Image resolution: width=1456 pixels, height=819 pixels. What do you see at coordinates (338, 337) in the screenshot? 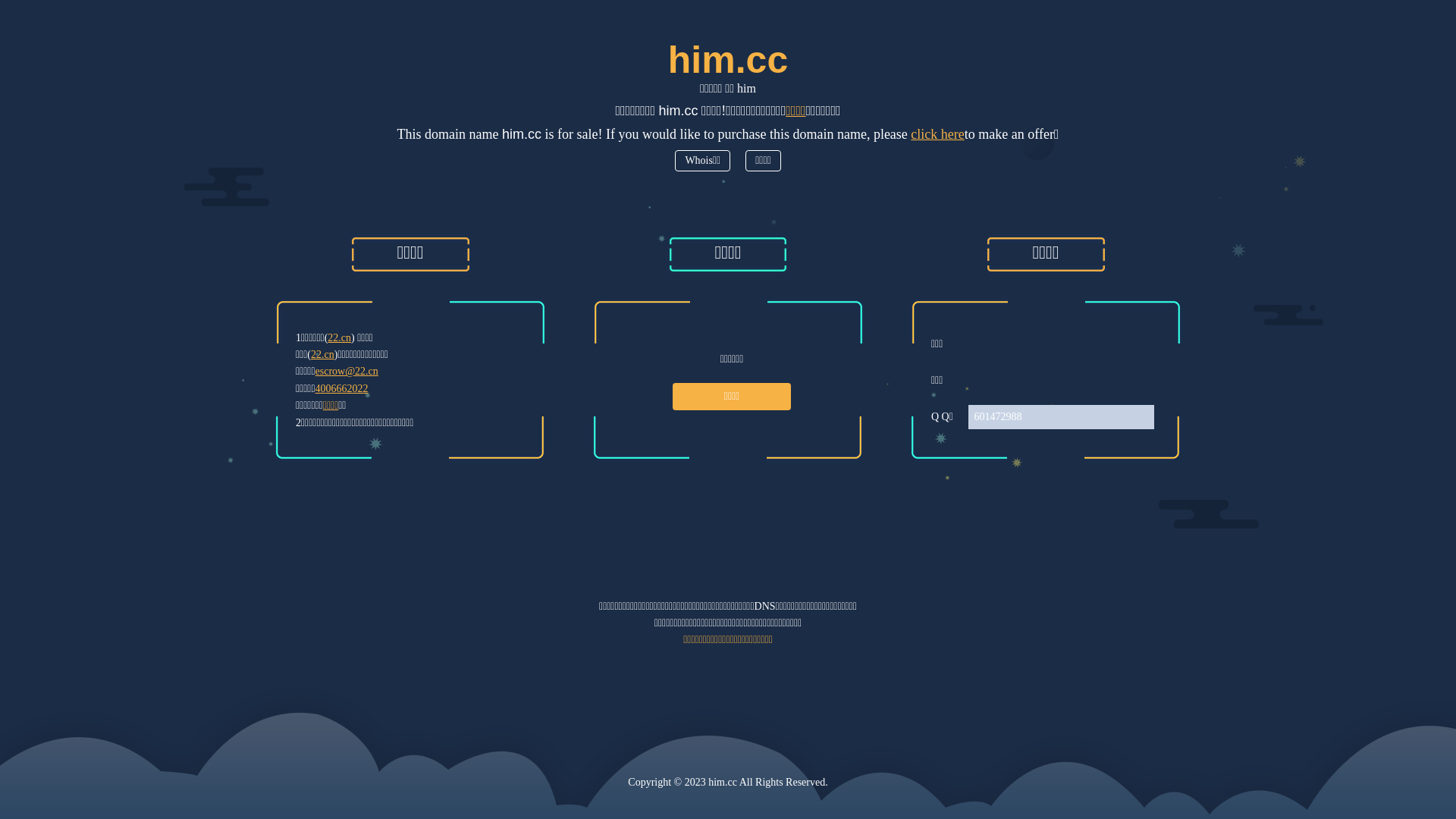
I see `'22.cn'` at bounding box center [338, 337].